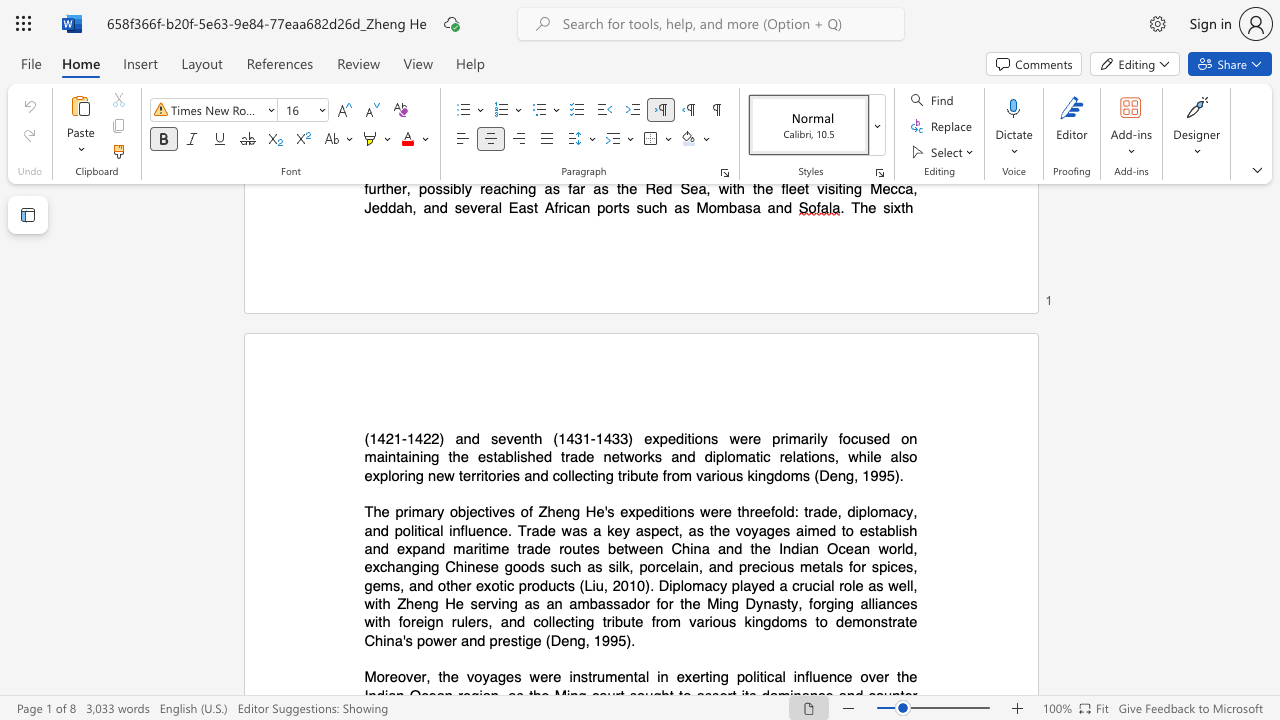 This screenshot has width=1280, height=720. I want to click on the subset text "'s power and prestige (Deng, 1995)" within the text "China", so click(401, 640).